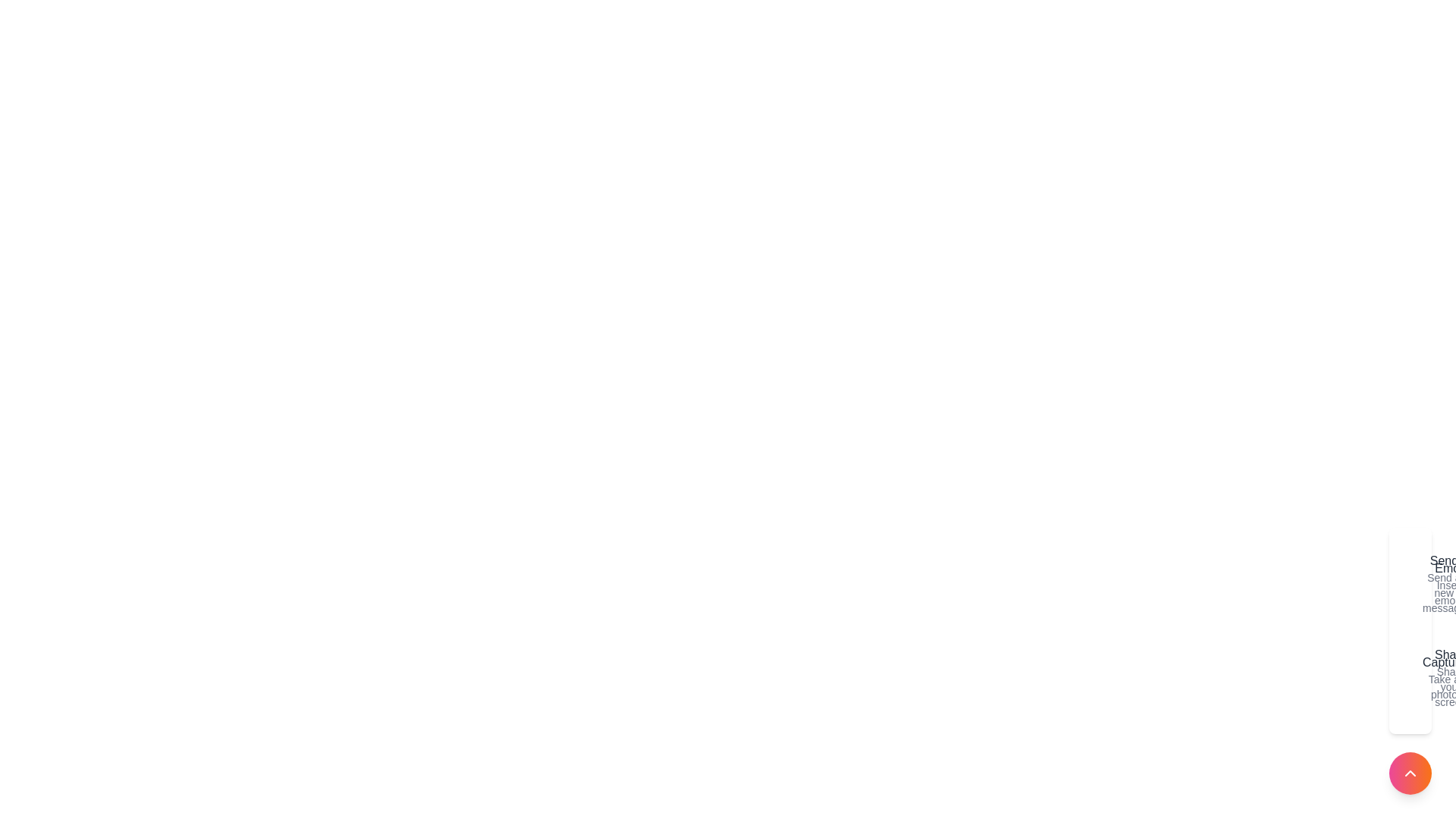  Describe the element at coordinates (1425, 677) in the screenshot. I see `the action Share to highlight it` at that location.